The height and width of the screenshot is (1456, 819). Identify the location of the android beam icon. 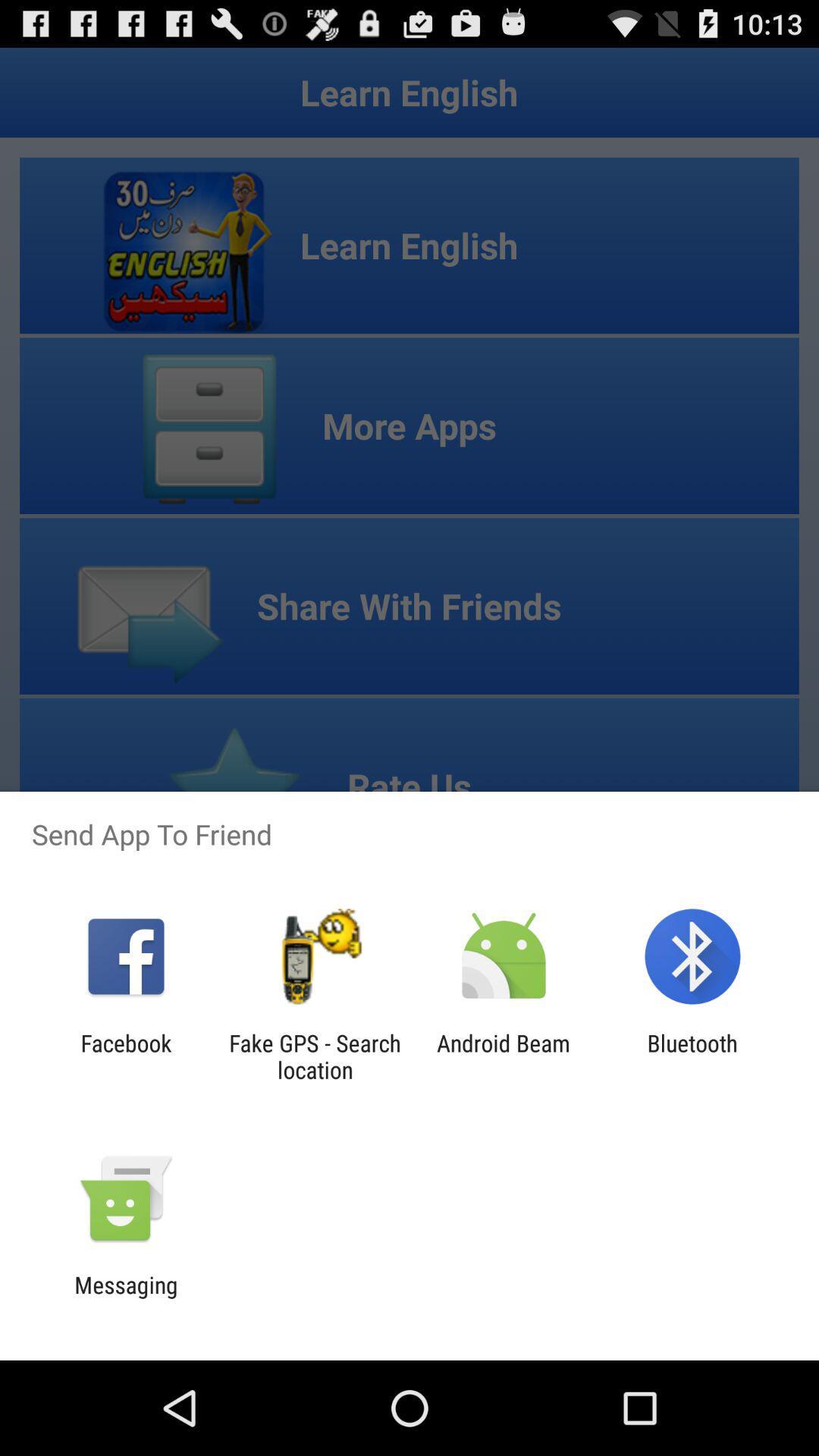
(504, 1056).